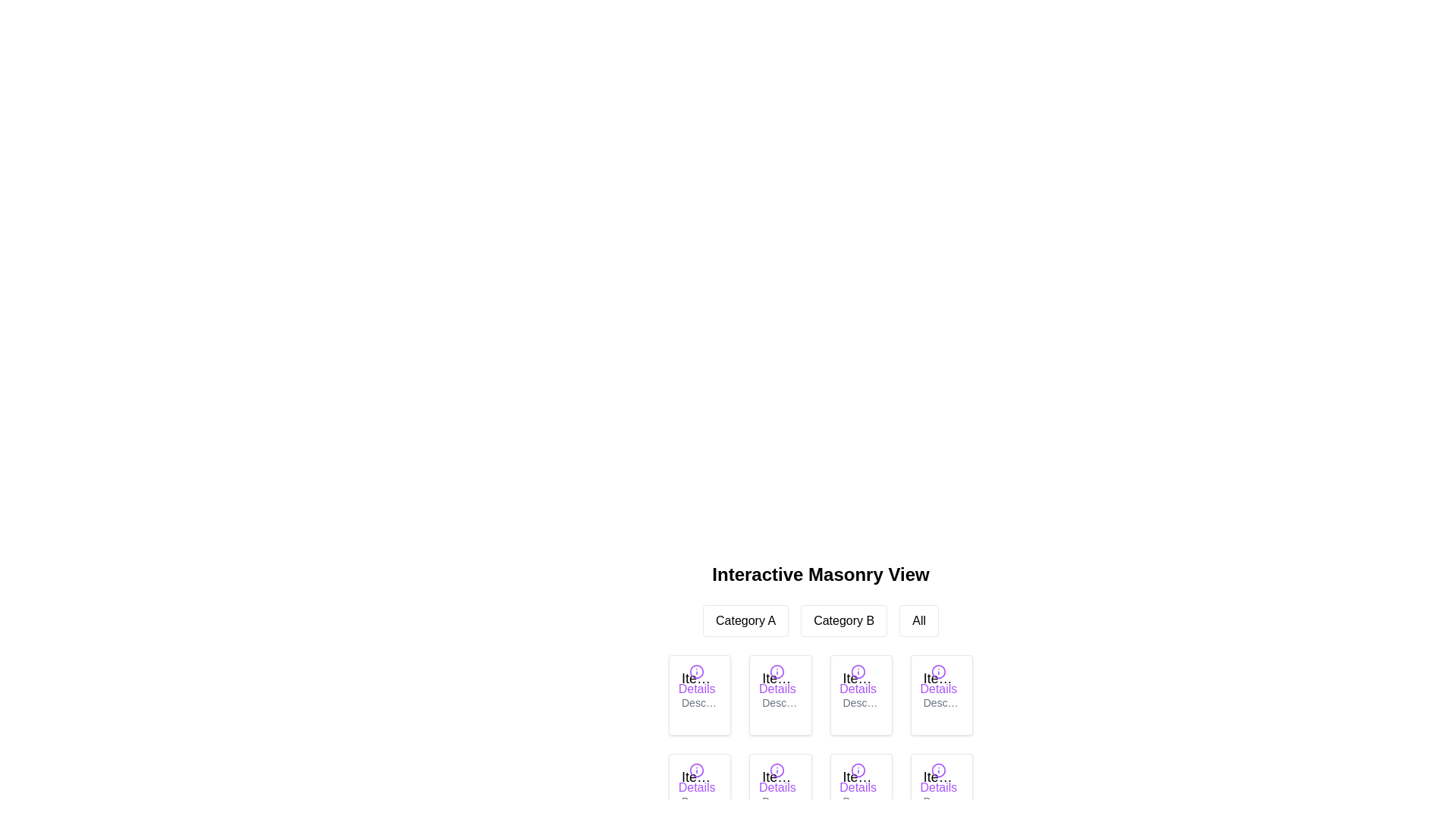 Image resolution: width=1456 pixels, height=819 pixels. Describe the element at coordinates (696, 778) in the screenshot. I see `the interactive text link labeled 'Details' with a purple color and an information icon on its left, located in the top-right corner of the fifth card in the grid layout` at that location.